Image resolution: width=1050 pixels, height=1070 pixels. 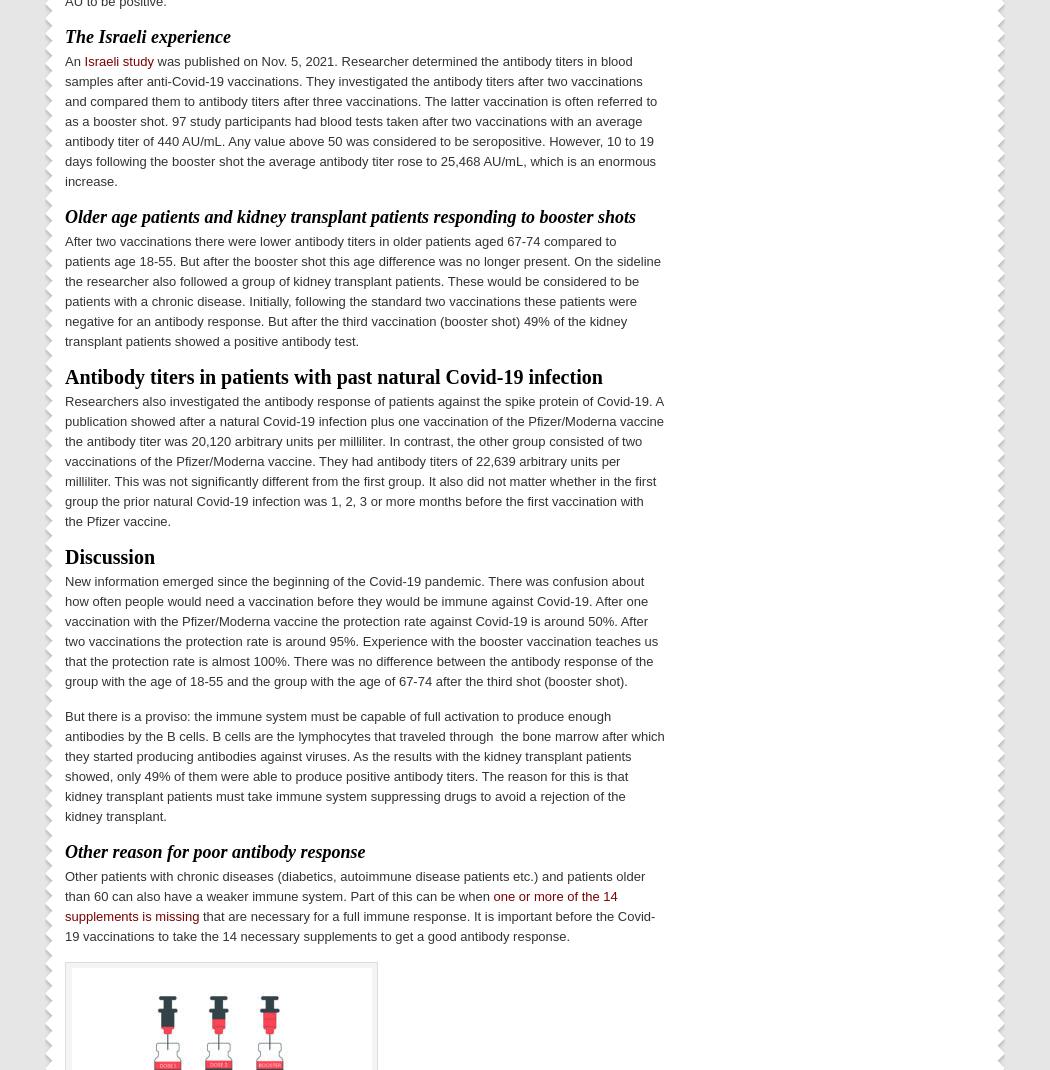 What do you see at coordinates (361, 290) in the screenshot?
I see `'After two vaccinations there were lower antibody titers in older patients aged 67-74 compared to patients age 18-55. But after the booster shot this age difference was no longer present. On the sideline the researcher also followed a group of kidney transplant patients. These would be considered to be patients with a chronic disease. Initially, following the standard two vaccinations these patients were negative for an antibody response. But after the third vaccination (booster shot) 49% of the kidney transplant patients showed a positive antibody test.'` at bounding box center [361, 290].